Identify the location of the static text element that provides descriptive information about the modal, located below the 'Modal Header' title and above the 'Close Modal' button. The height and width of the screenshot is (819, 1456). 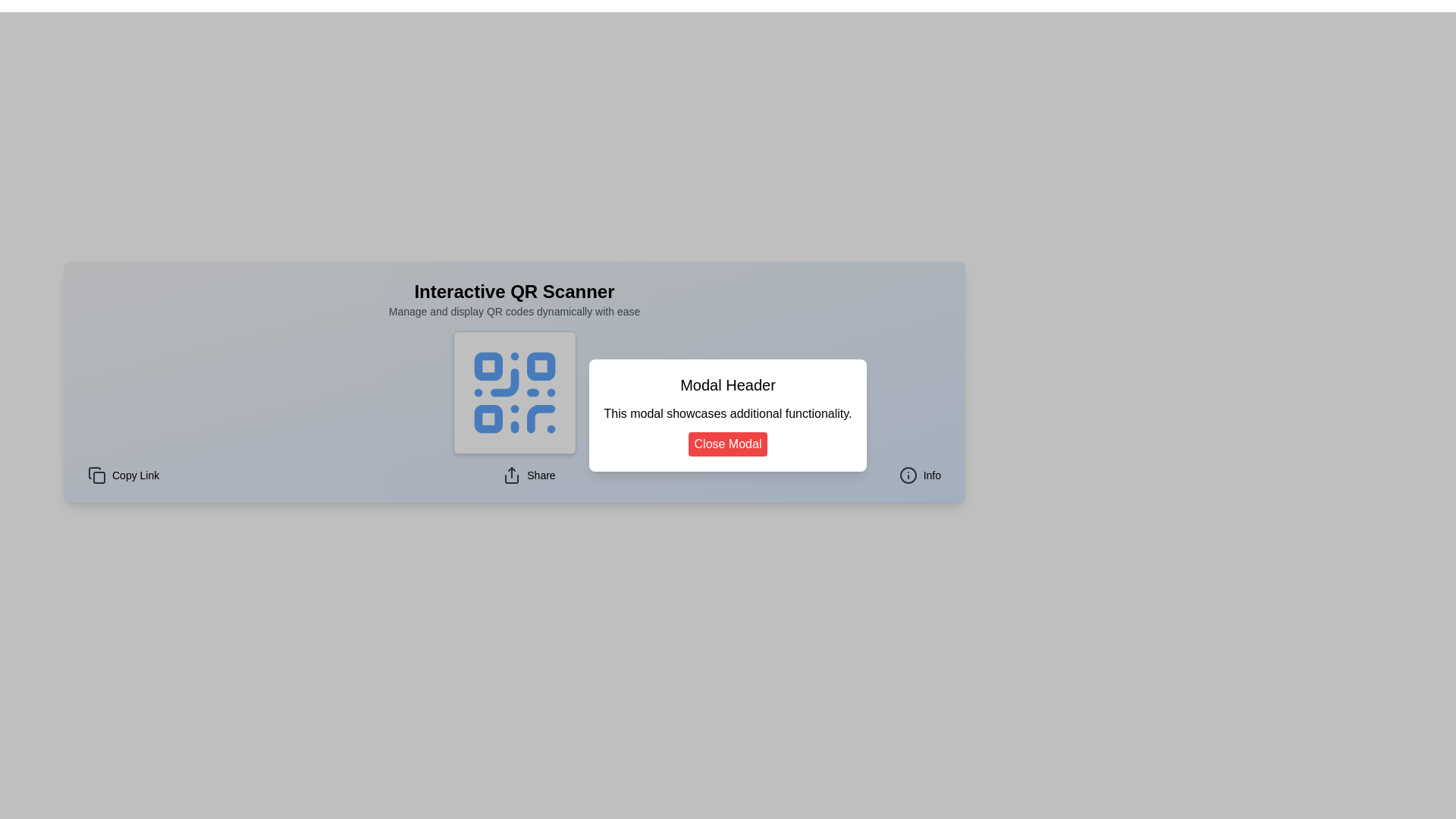
(728, 414).